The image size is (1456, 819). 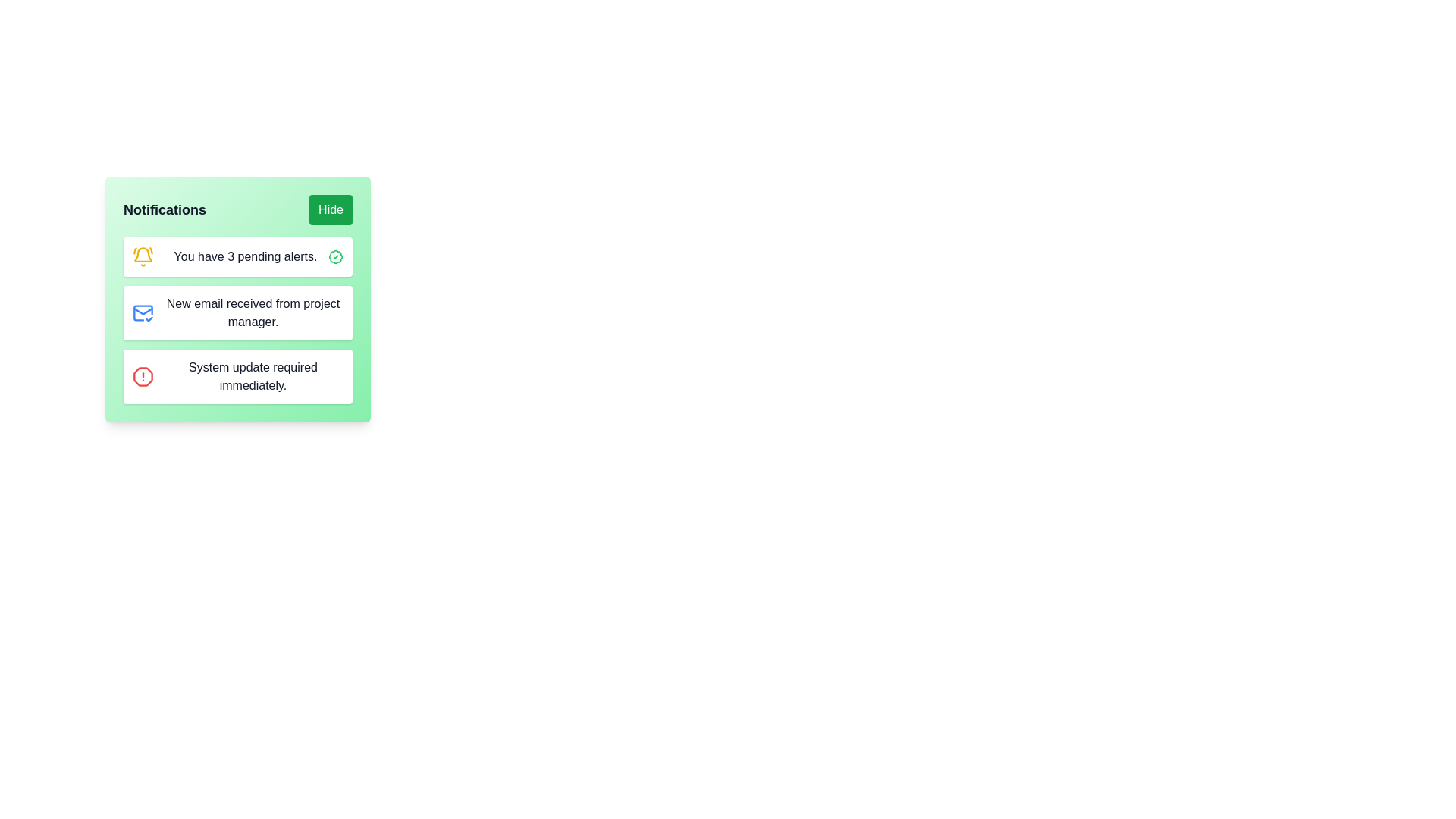 I want to click on the alert icon located within the notification card, next to the text 'System update required immediately.', so click(x=143, y=376).